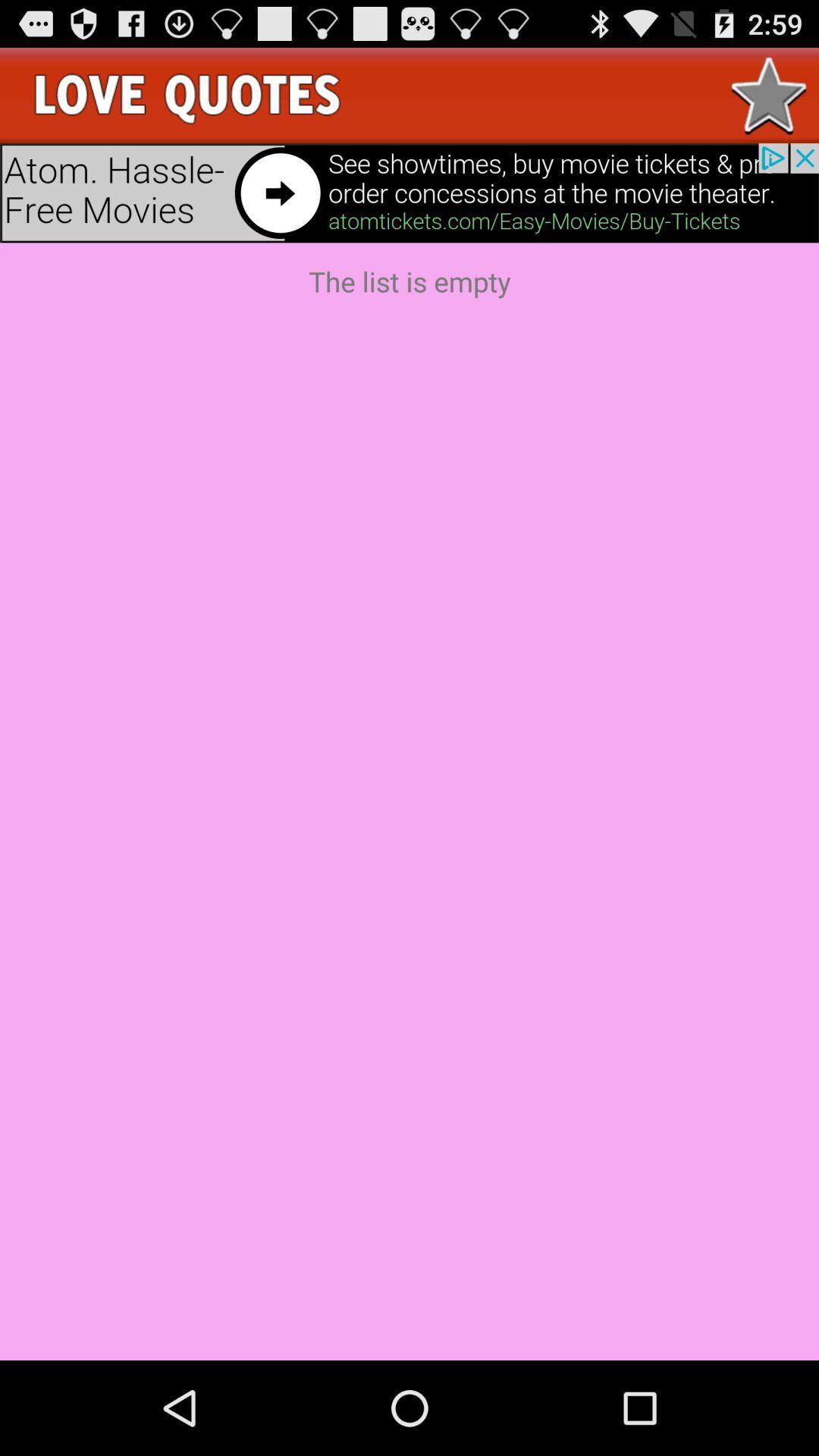 The image size is (819, 1456). Describe the element at coordinates (409, 192) in the screenshot. I see `advertisement` at that location.